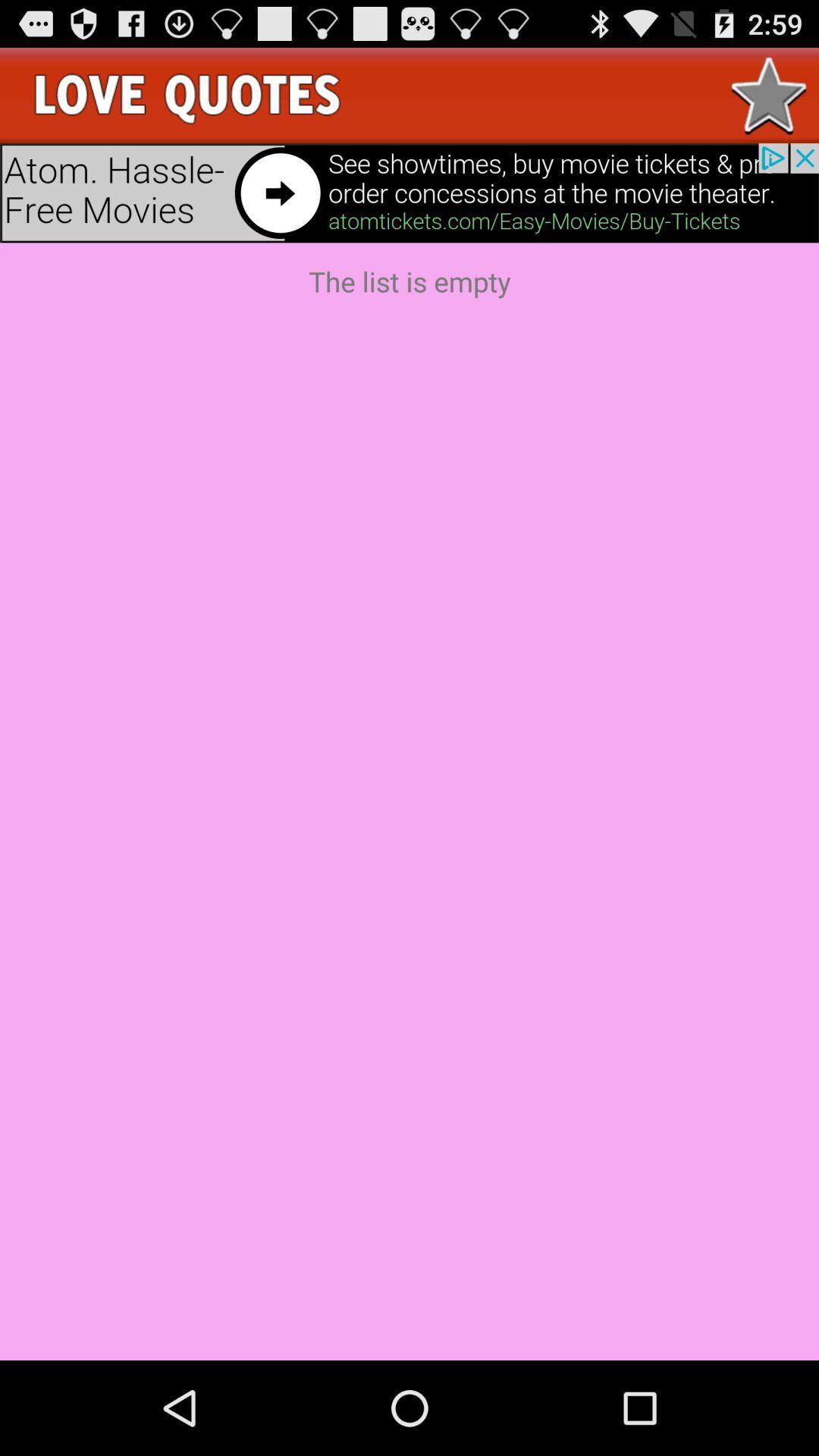 The image size is (819, 1456). Describe the element at coordinates (409, 192) in the screenshot. I see `advertisement` at that location.